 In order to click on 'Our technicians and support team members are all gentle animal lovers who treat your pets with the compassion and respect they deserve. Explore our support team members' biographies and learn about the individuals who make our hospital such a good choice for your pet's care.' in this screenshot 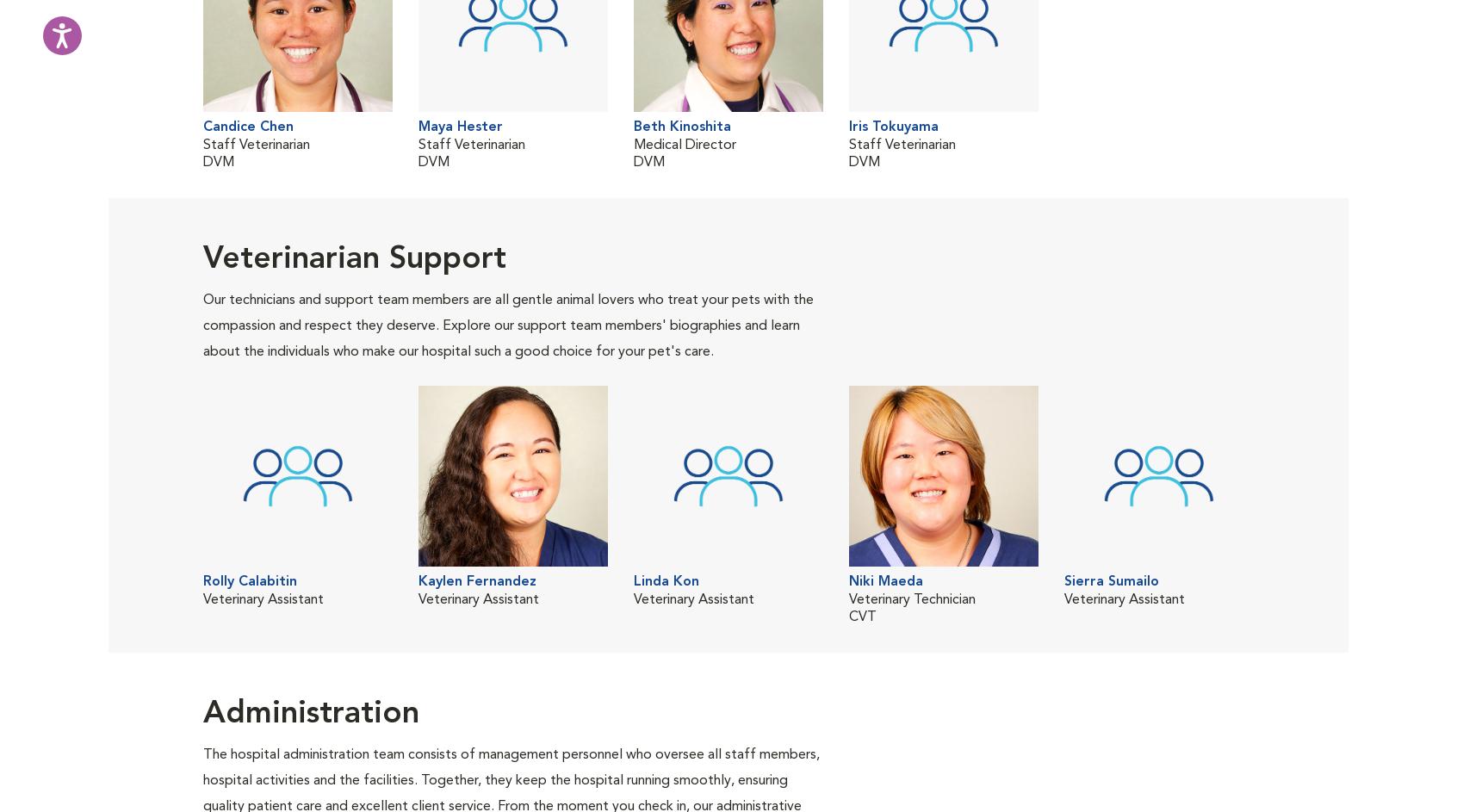, I will do `click(507, 325)`.